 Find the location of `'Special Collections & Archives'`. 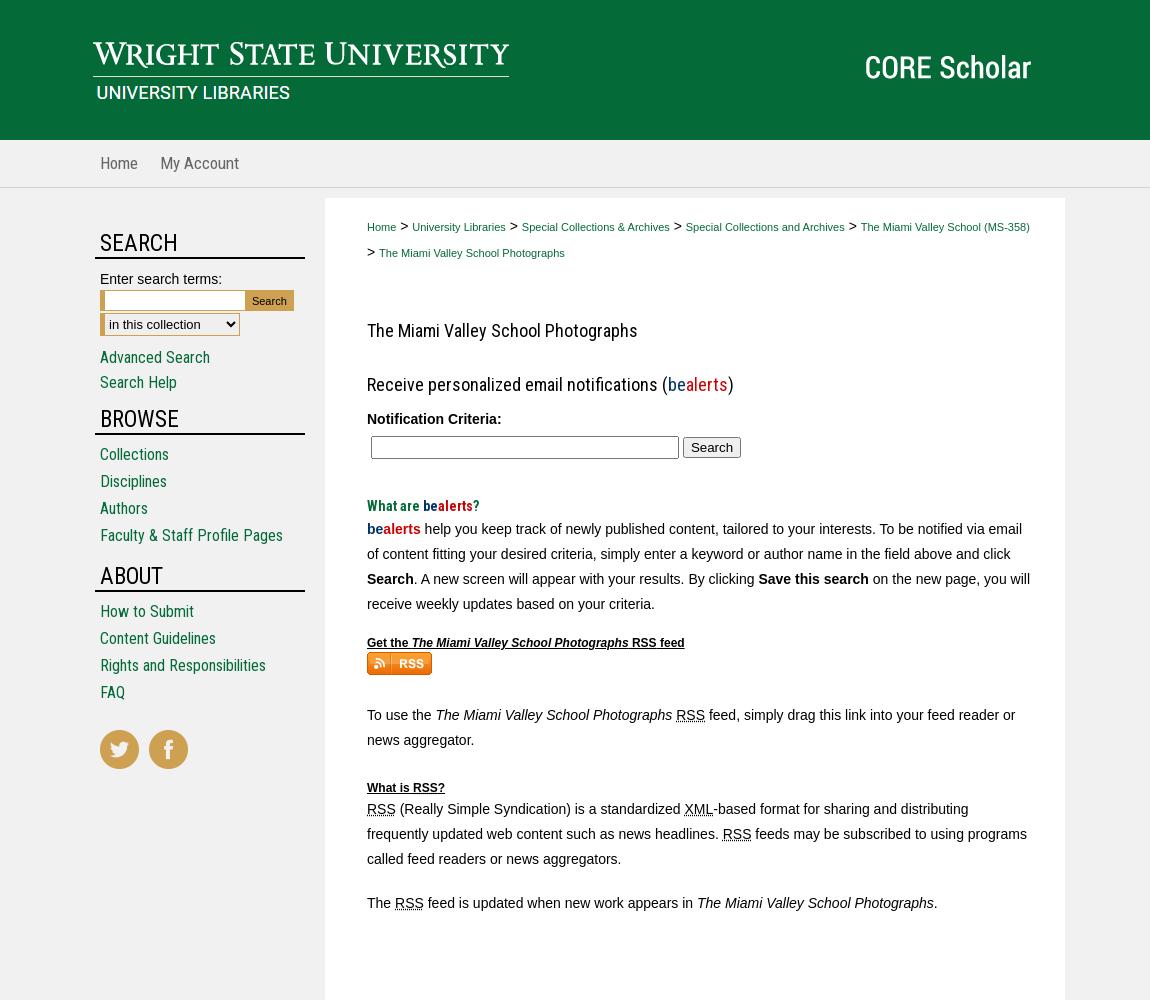

'Special Collections & Archives' is located at coordinates (594, 226).